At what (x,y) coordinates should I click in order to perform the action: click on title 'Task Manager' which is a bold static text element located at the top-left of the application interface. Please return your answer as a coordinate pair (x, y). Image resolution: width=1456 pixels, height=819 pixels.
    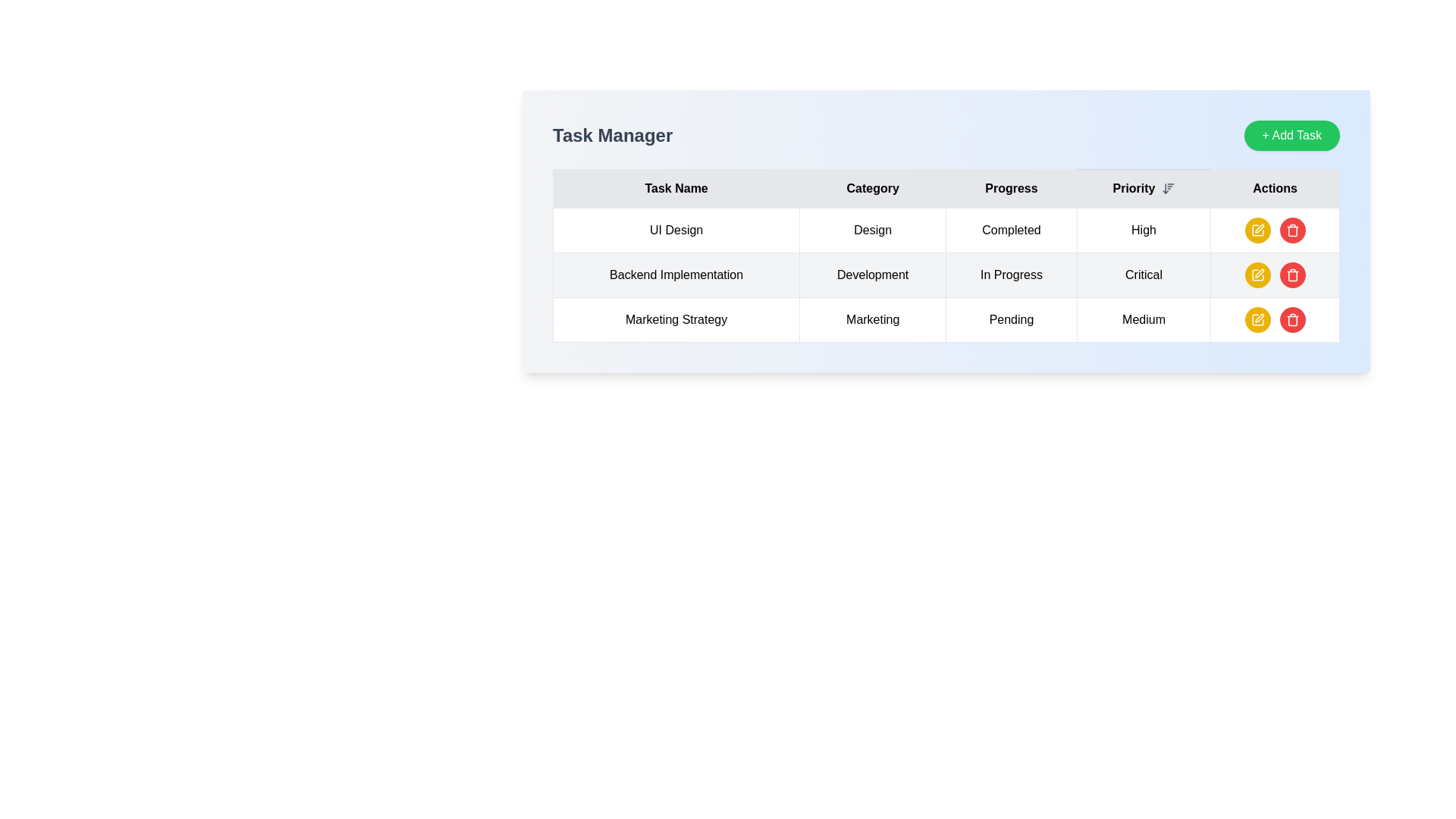
    Looking at the image, I should click on (613, 134).